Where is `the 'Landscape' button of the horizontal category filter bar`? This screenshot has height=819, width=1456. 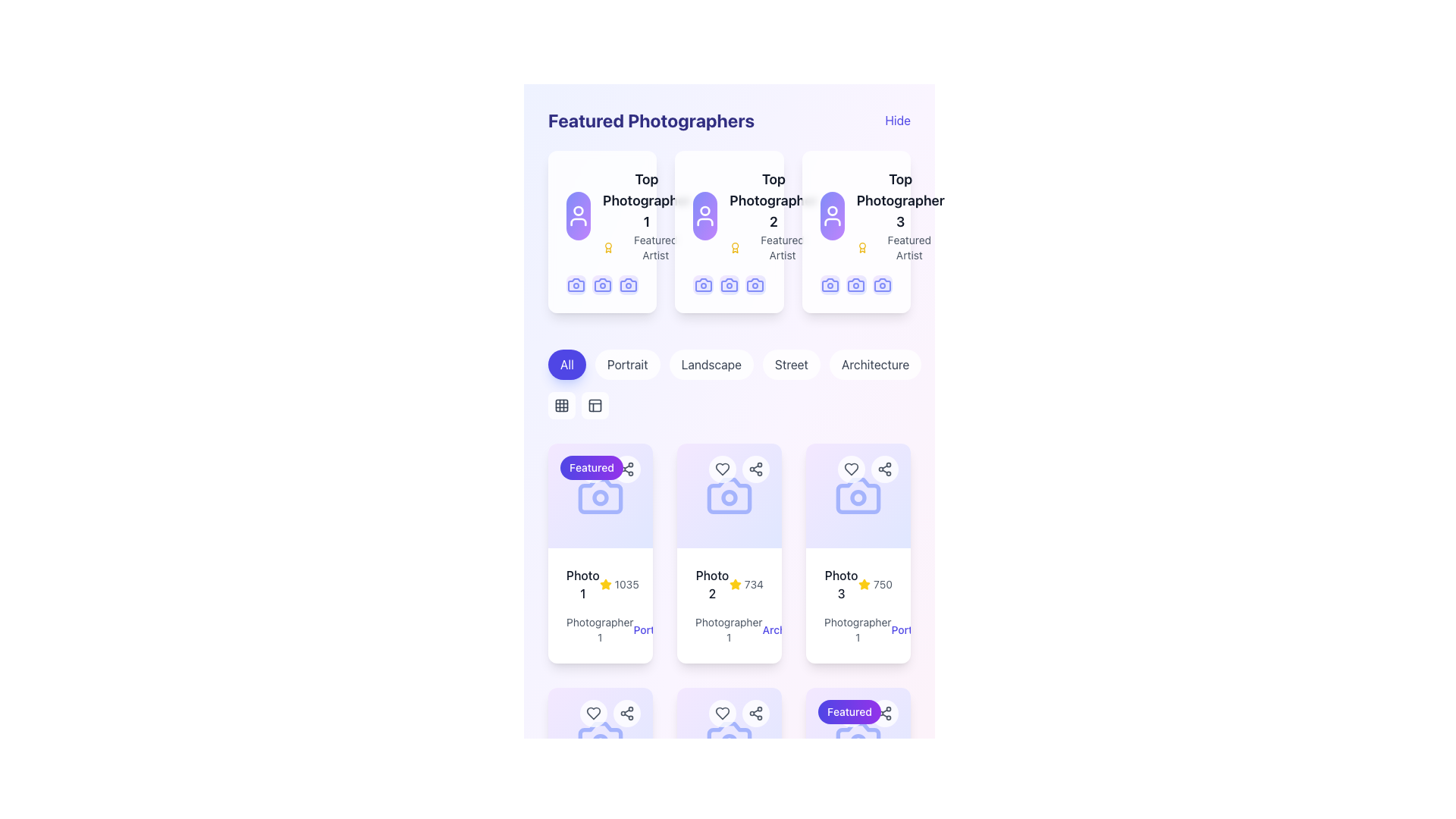 the 'Landscape' button of the horizontal category filter bar is located at coordinates (735, 365).